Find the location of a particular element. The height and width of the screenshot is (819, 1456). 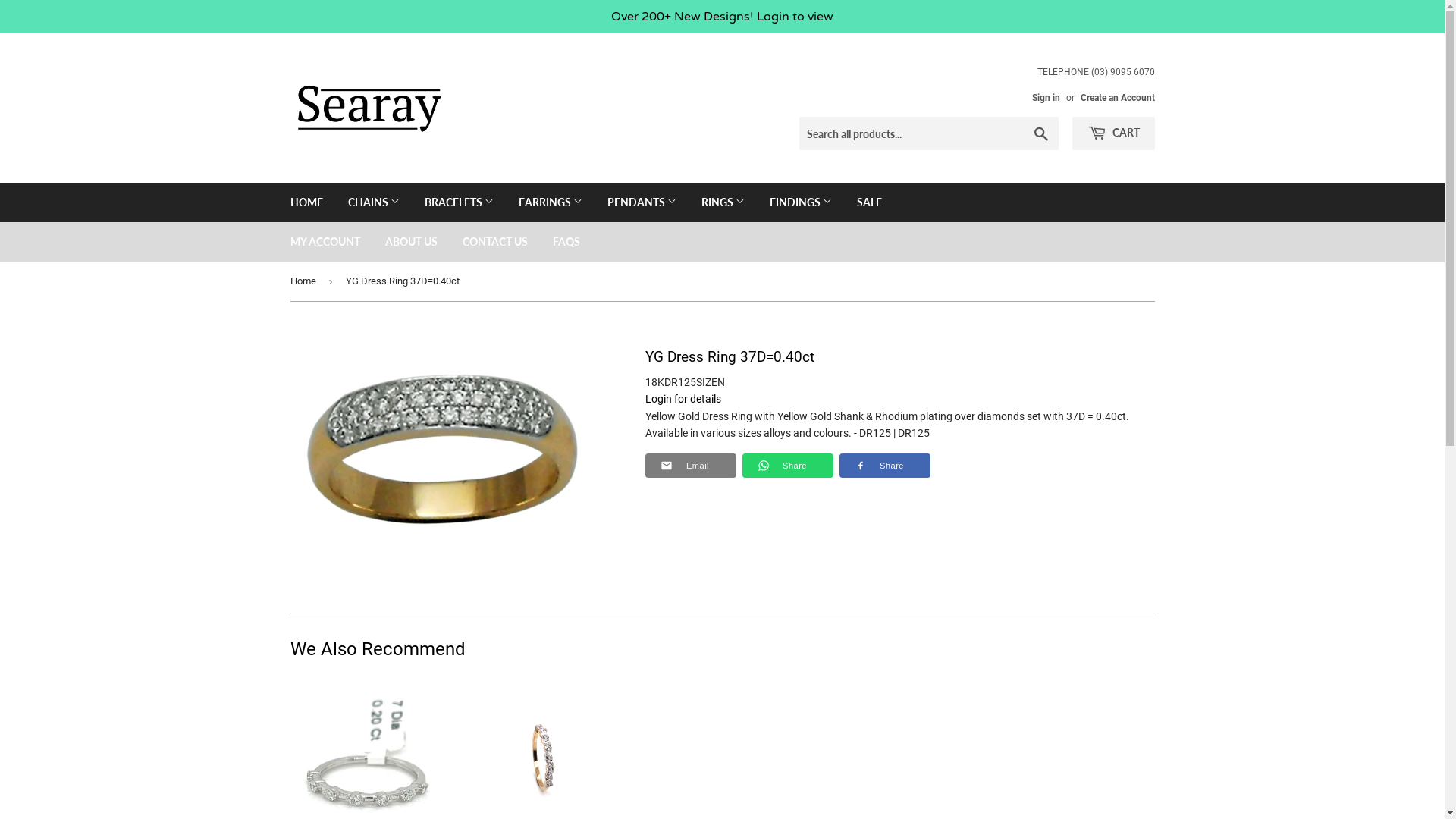

'Login for details' is located at coordinates (644, 397).